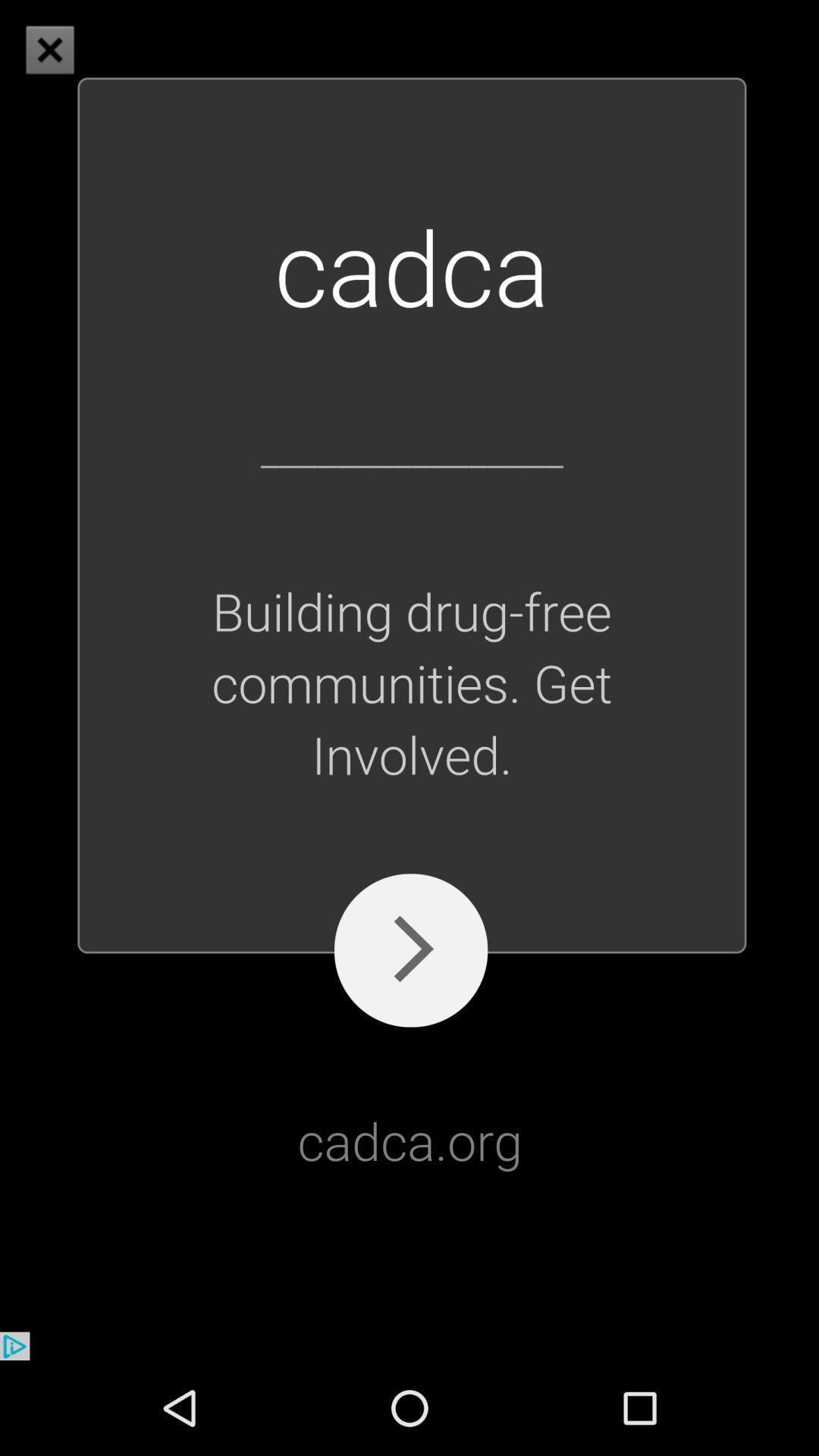  Describe the element at coordinates (49, 53) in the screenshot. I see `the close icon` at that location.